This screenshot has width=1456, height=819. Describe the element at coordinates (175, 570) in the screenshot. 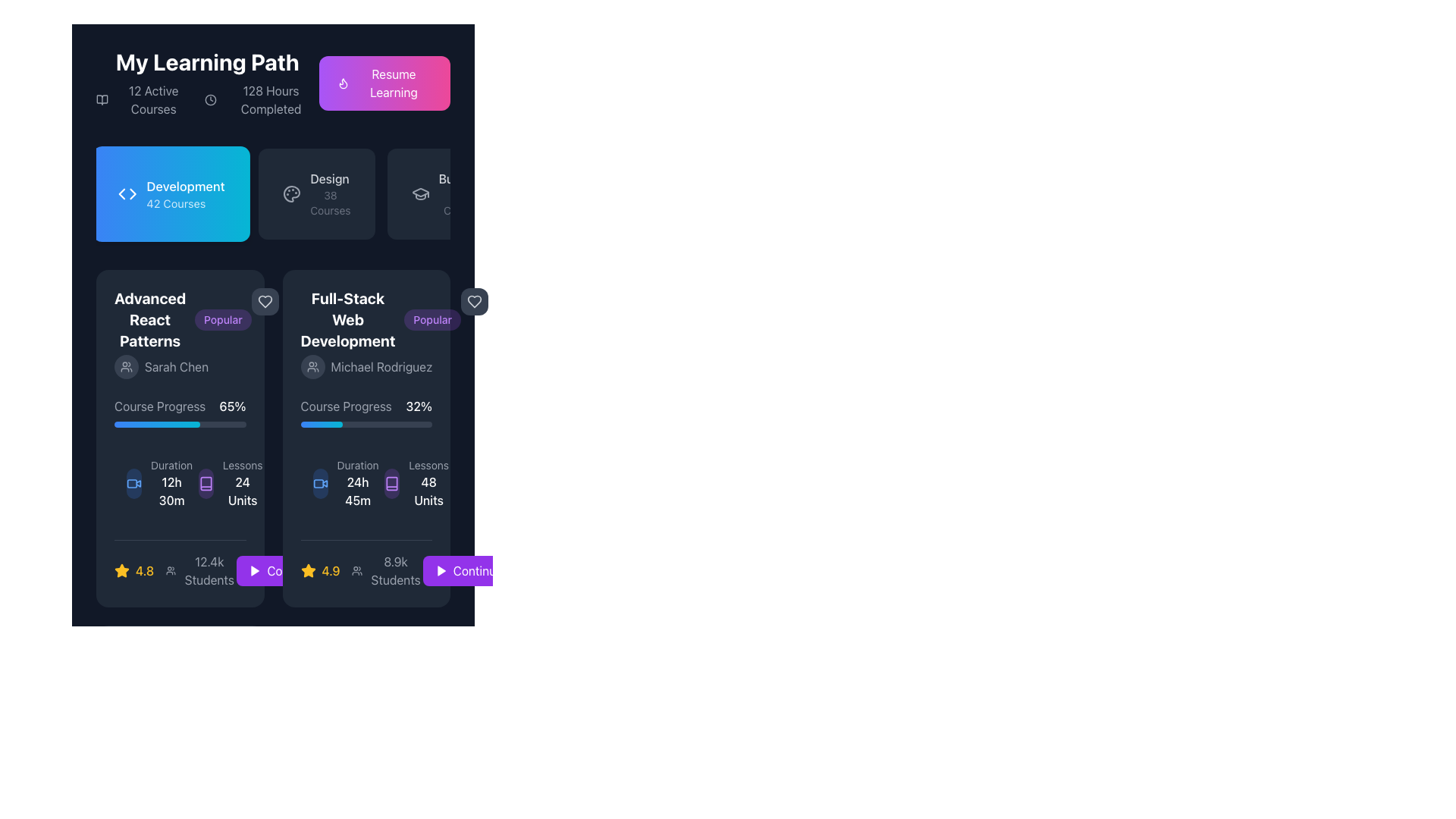

I see `course's average rating and student count displayed in the Composite informational display located at the bottom left of the 'Advanced React Patterns' card, next to the action buttons` at that location.